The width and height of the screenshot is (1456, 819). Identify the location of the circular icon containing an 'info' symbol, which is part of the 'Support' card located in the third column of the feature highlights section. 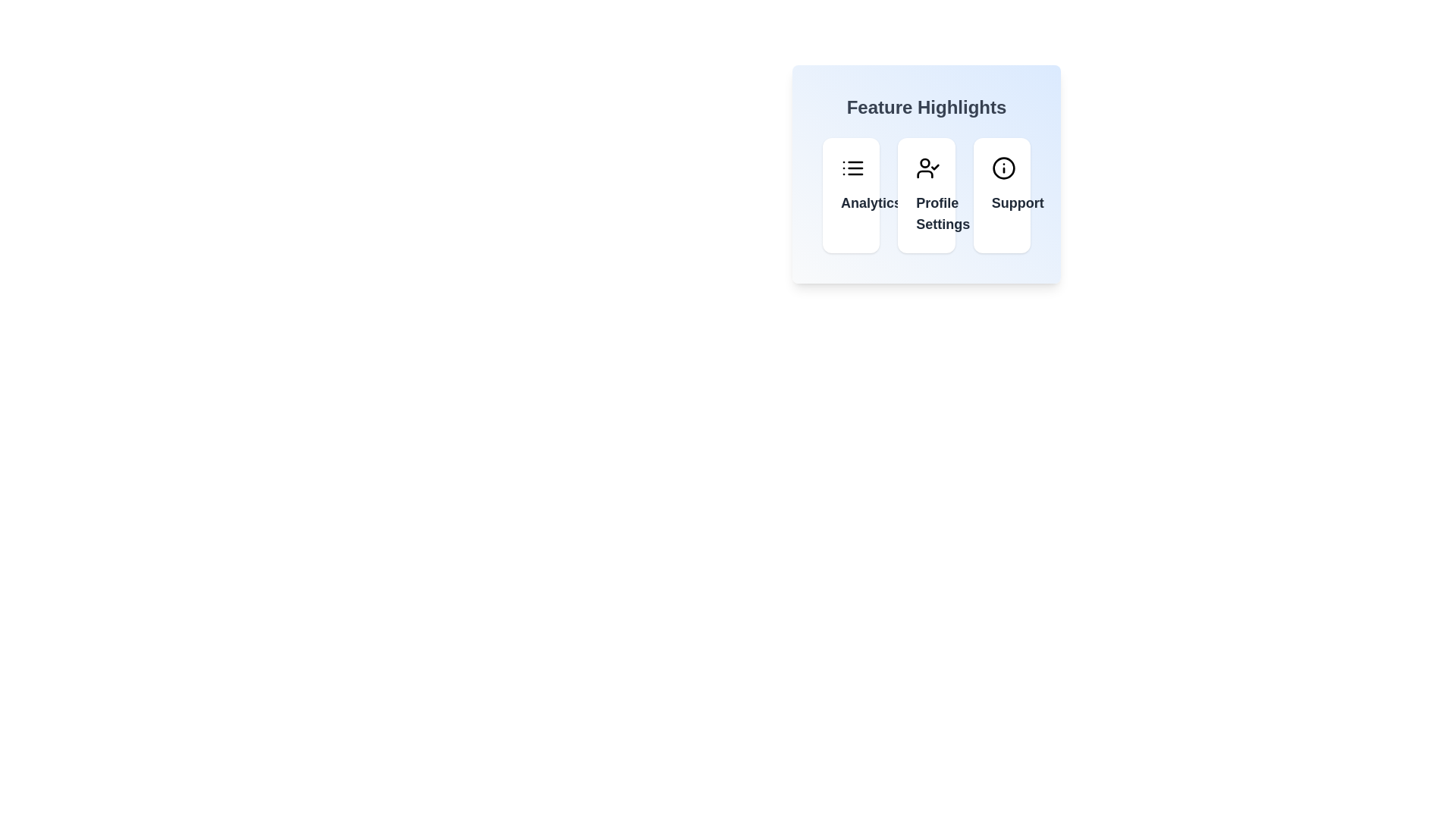
(1003, 168).